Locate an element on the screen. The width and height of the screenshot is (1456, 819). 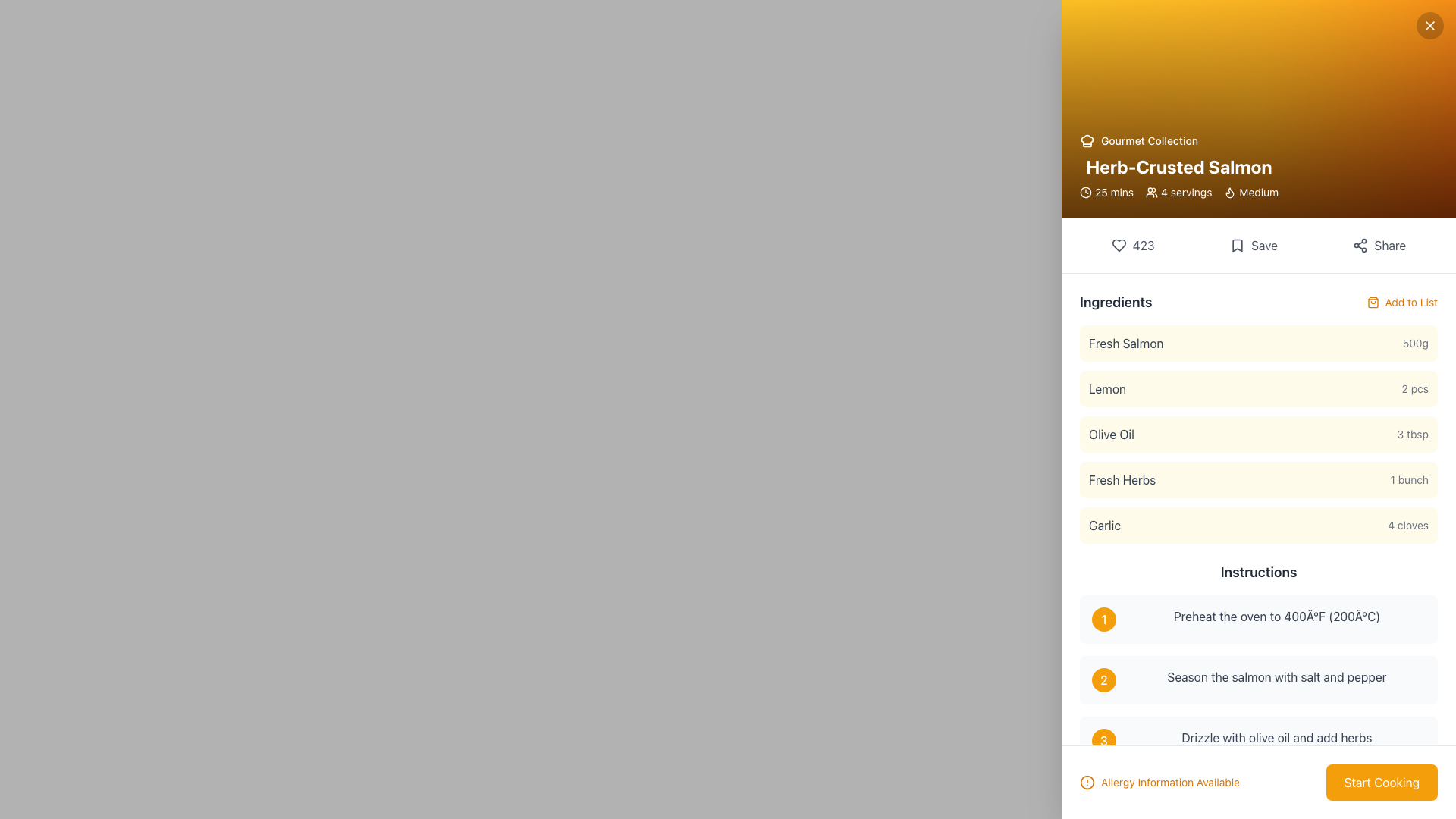
the instructional text element that reads 'Season the salmon with salt and pepper', which is styled in gray and aligned to the left, located under the 'Instructions' header in the recipe interface is located at coordinates (1276, 679).